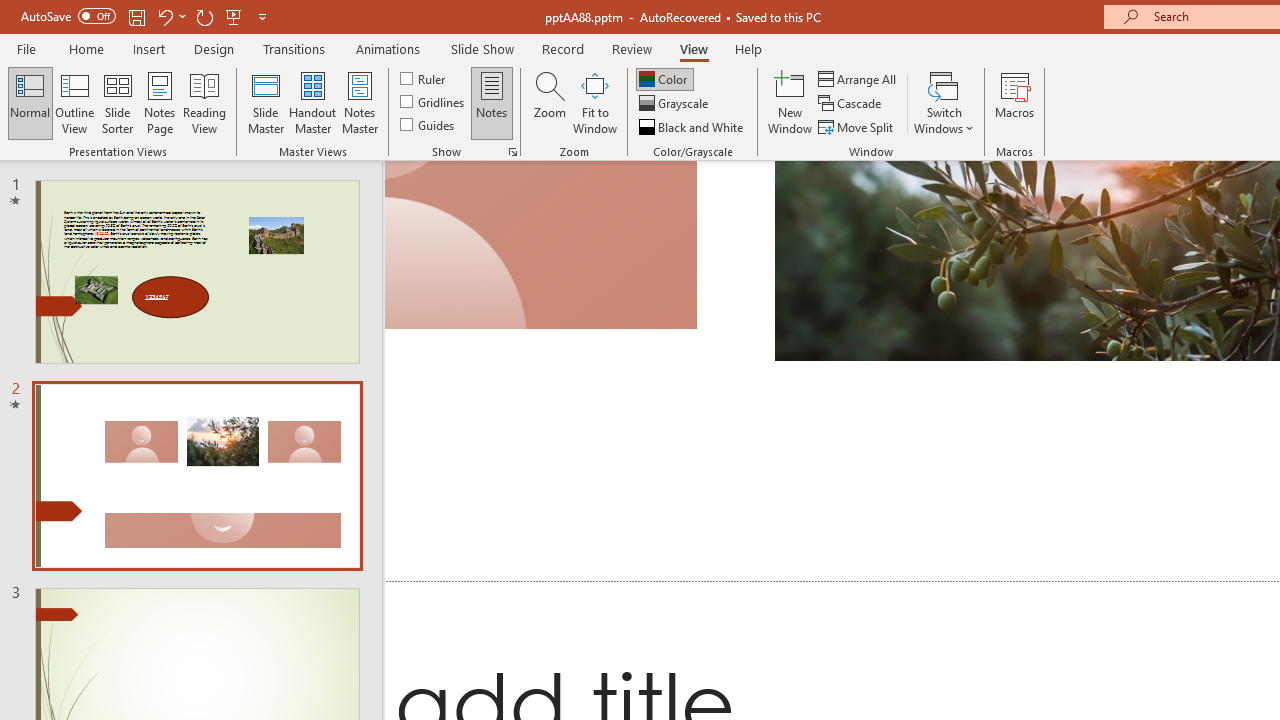  Describe the element at coordinates (675, 103) in the screenshot. I see `'Grayscale'` at that location.